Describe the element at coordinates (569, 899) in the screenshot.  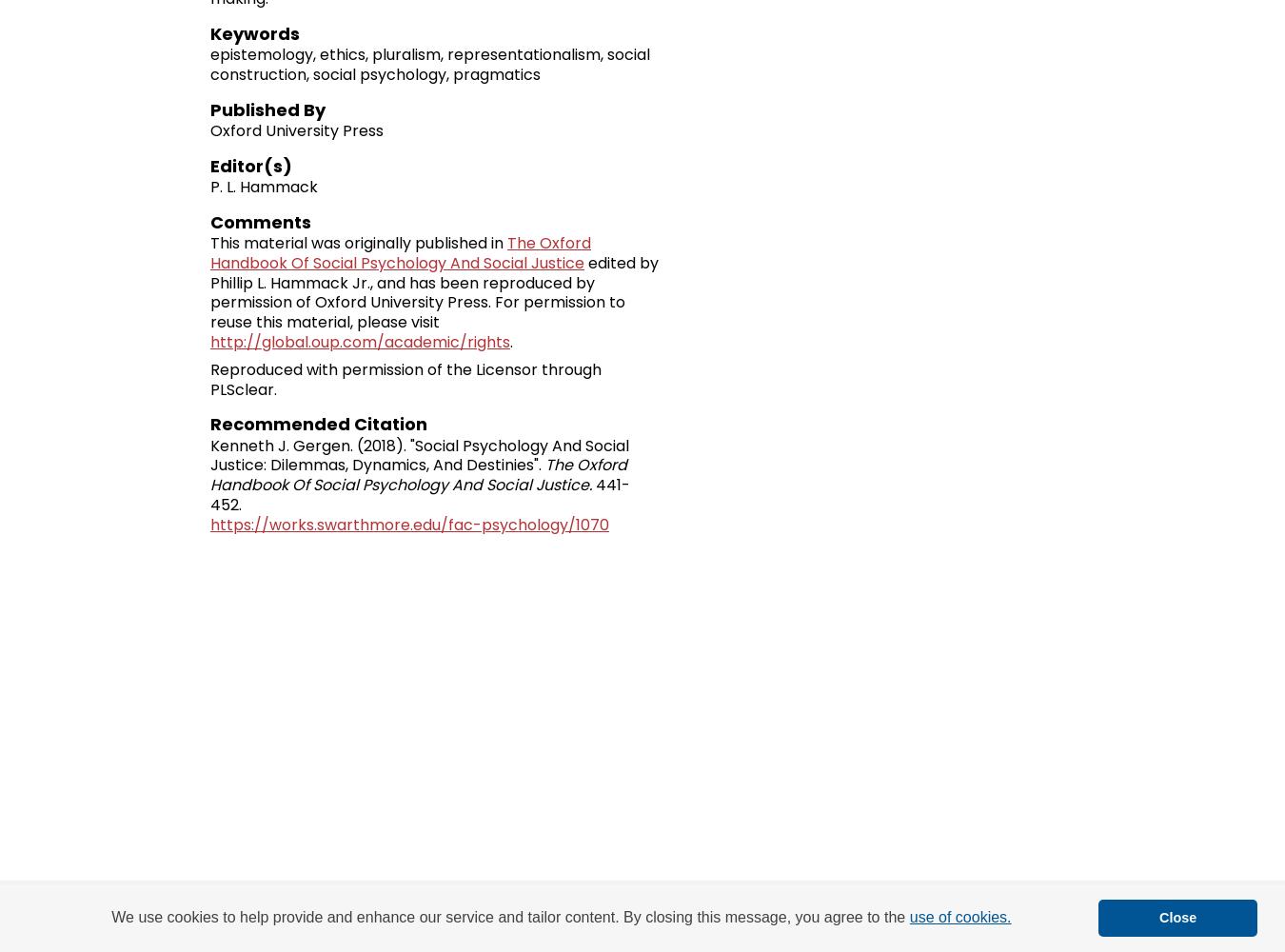
I see `'My Account'` at that location.